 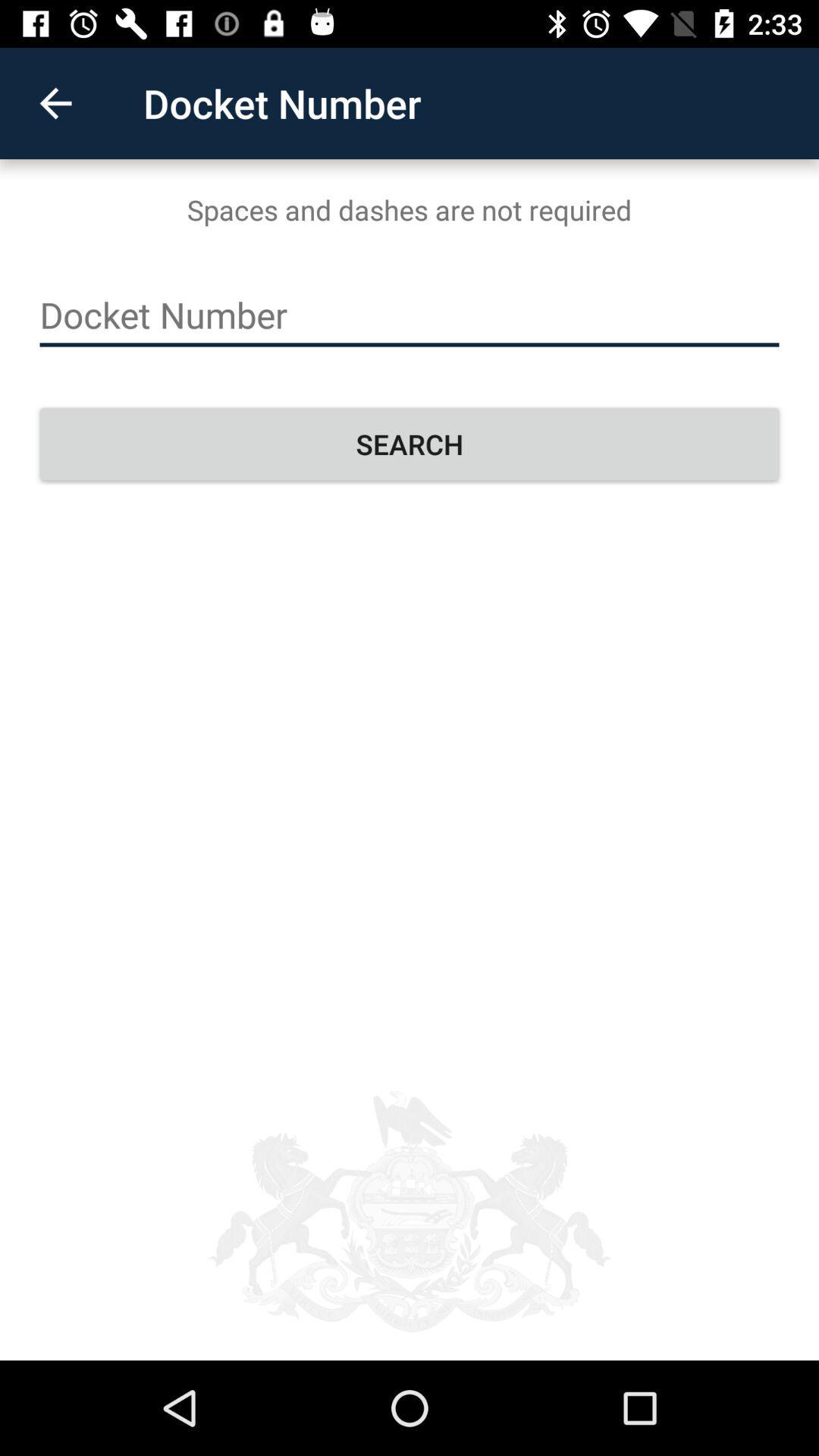 I want to click on item at the top left corner, so click(x=55, y=102).